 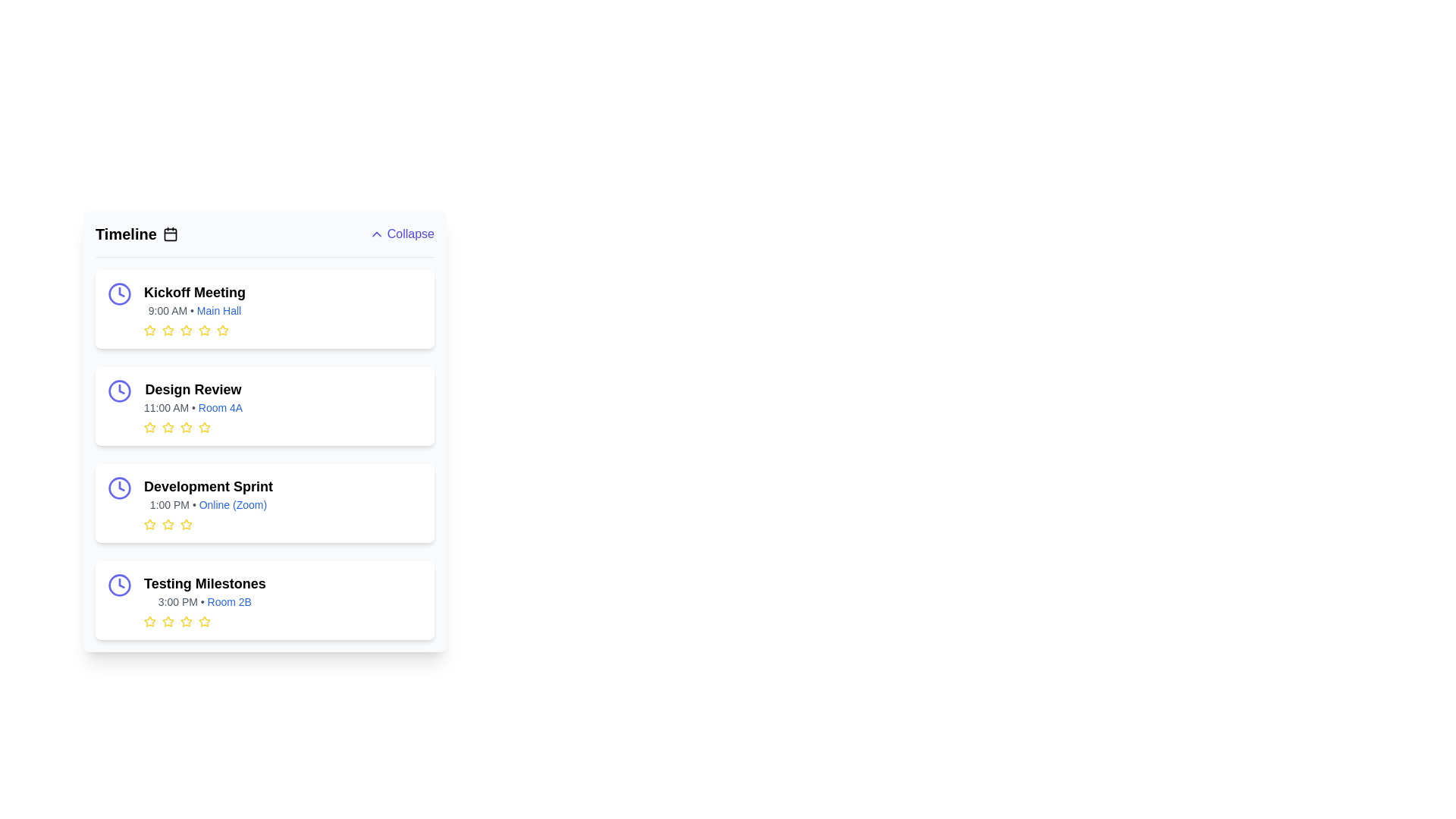 What do you see at coordinates (168, 427) in the screenshot?
I see `the third star icon in the rating system under the 'Design Review' section` at bounding box center [168, 427].